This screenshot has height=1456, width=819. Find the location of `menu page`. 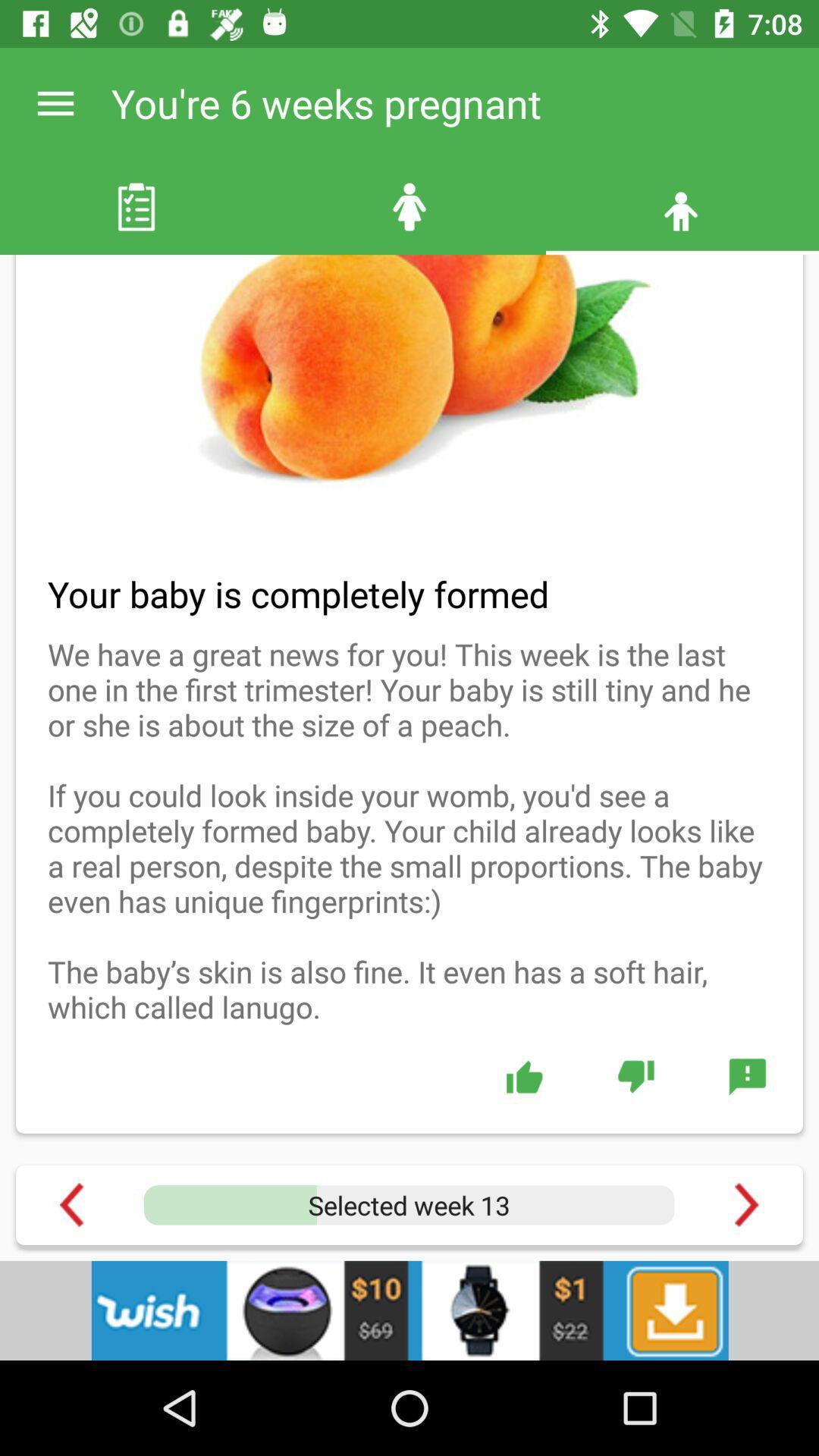

menu page is located at coordinates (746, 1075).